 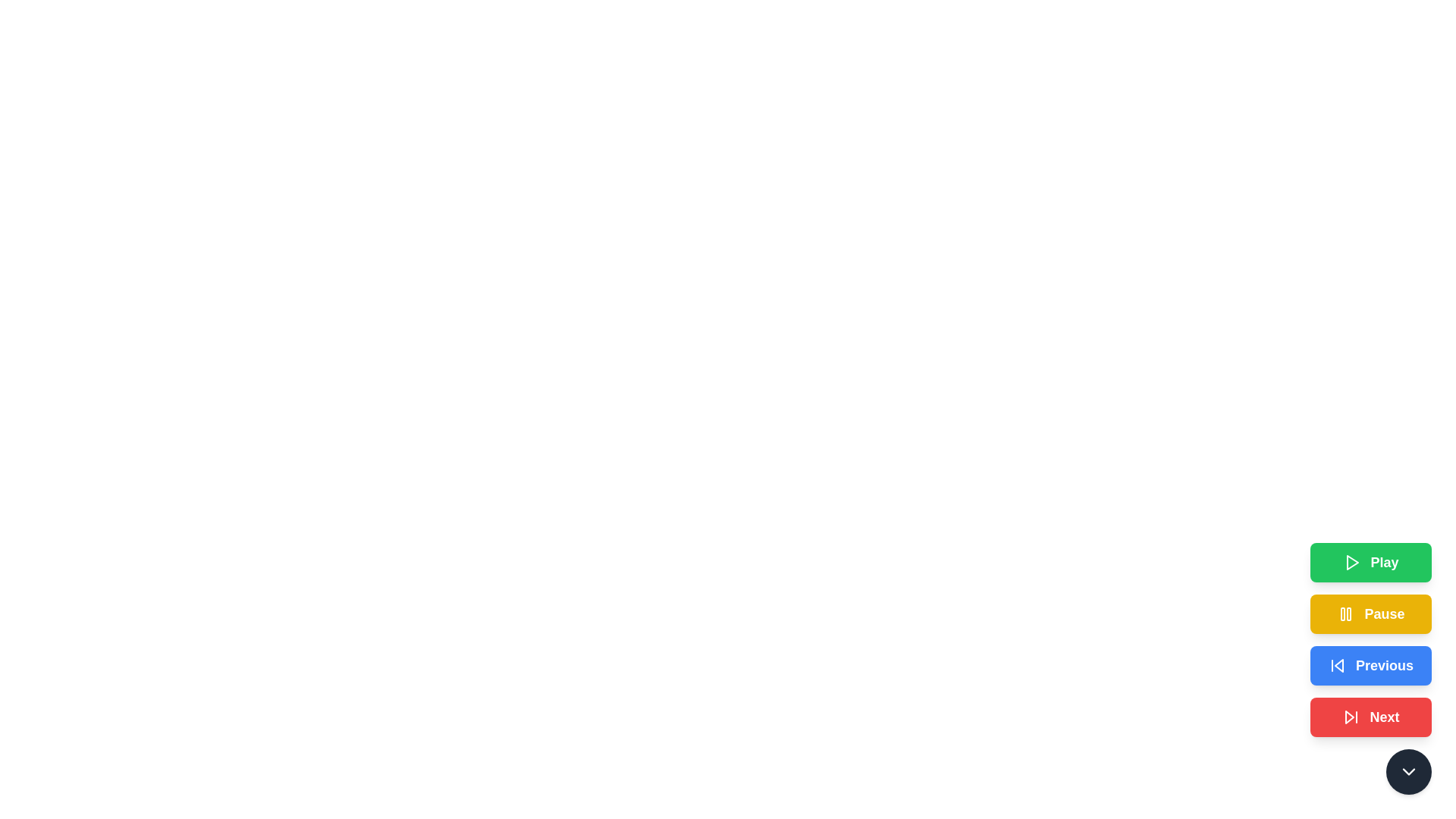 What do you see at coordinates (1371, 717) in the screenshot?
I see `the Next button to perform the corresponding action` at bounding box center [1371, 717].